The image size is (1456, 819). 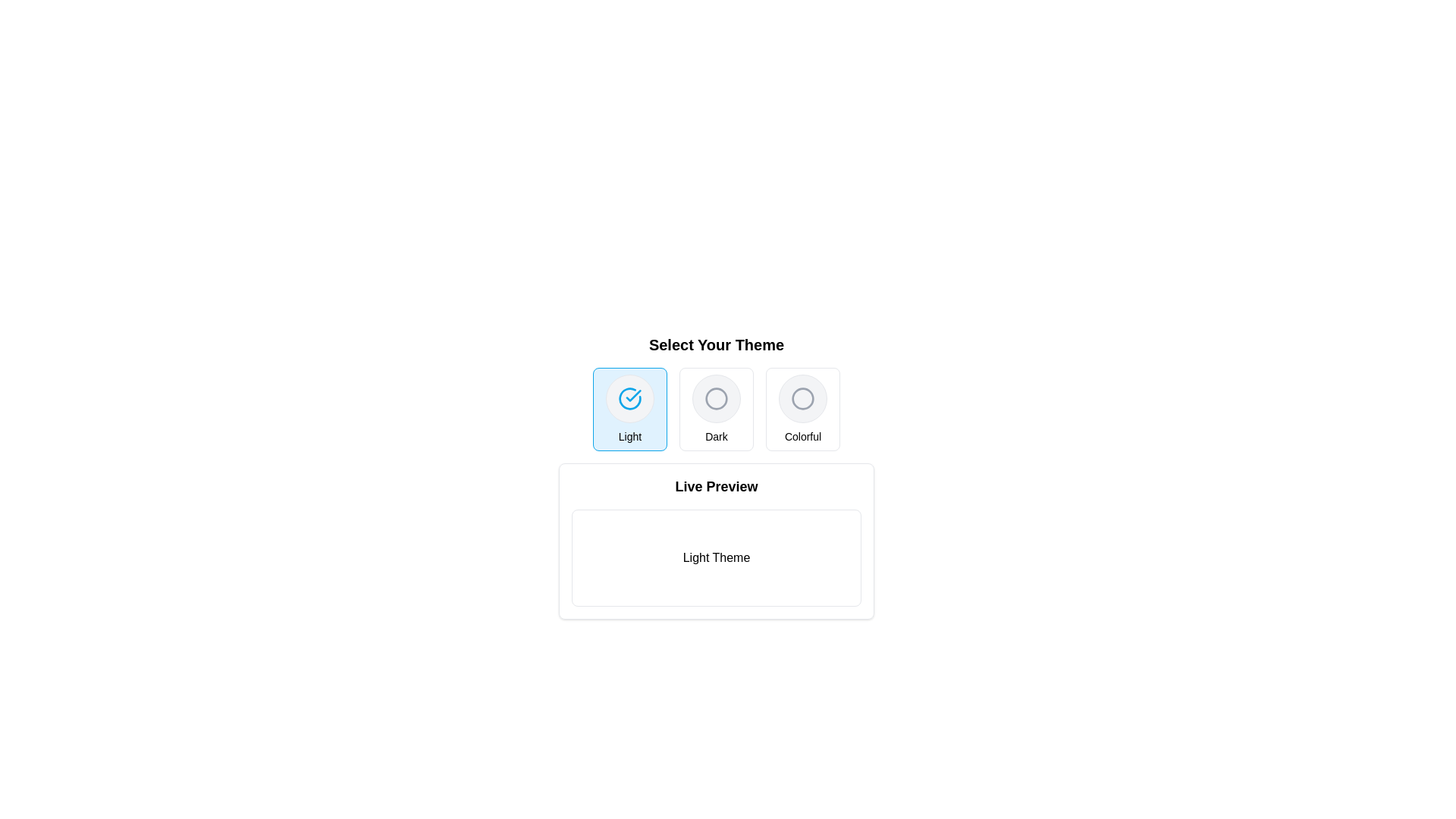 I want to click on the circular icon serving as a state indicator for selecting the 'Dark' theme, which is positioned between the 'Light' and 'Colorful' options in the 'Select Your Theme' layout, so click(x=716, y=397).